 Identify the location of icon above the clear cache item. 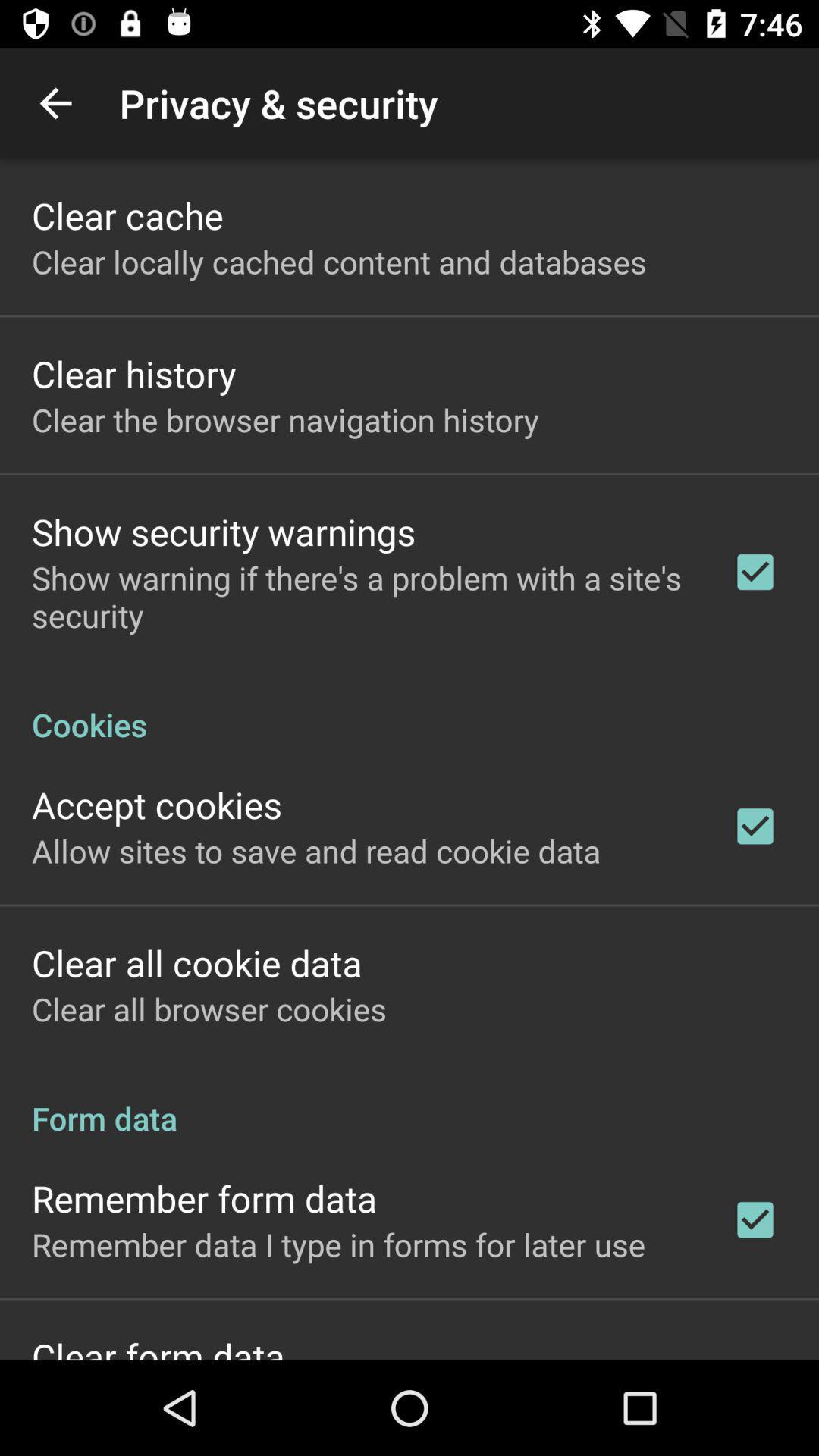
(55, 102).